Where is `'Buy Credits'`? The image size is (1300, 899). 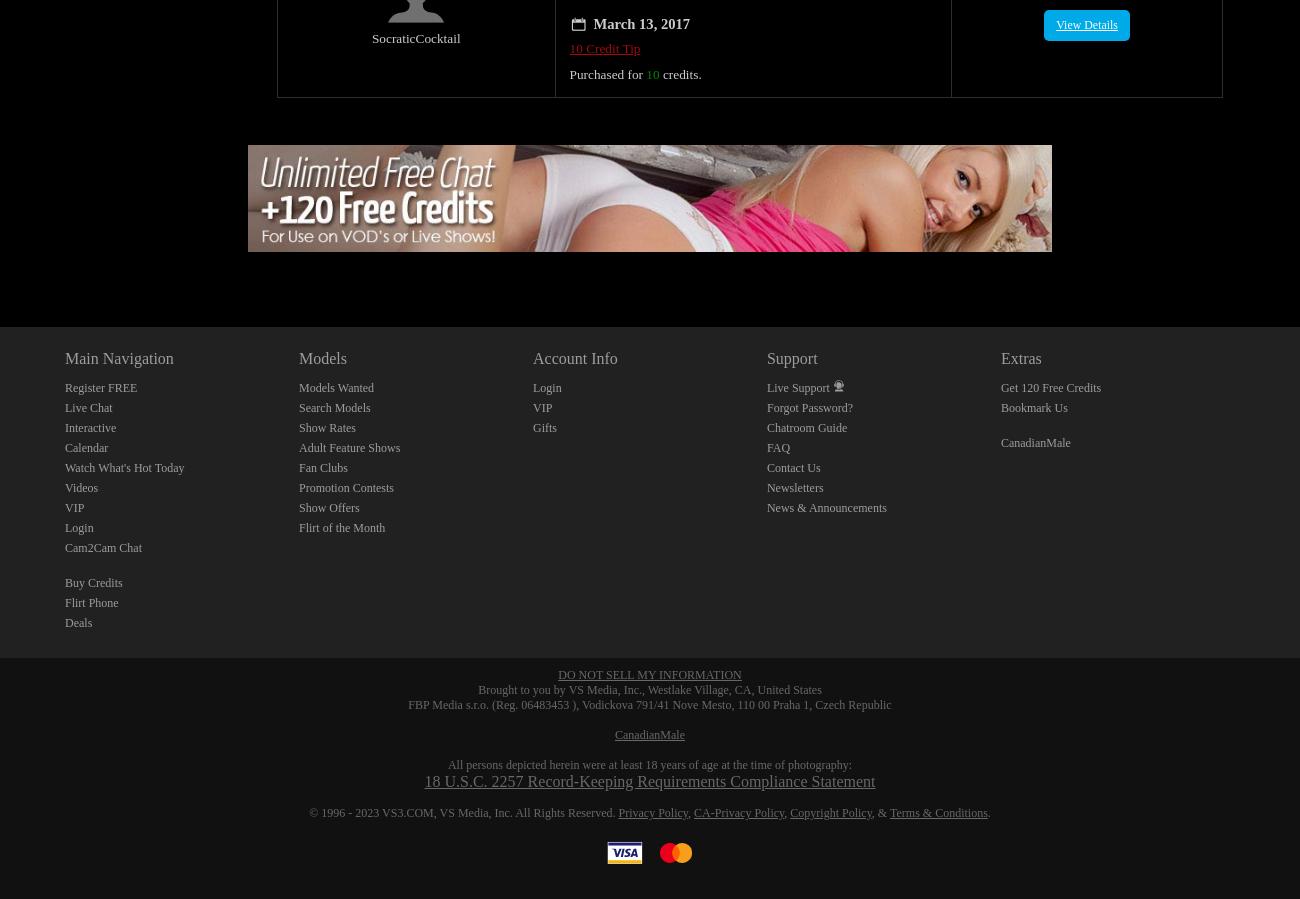
'Buy Credits' is located at coordinates (93, 560).